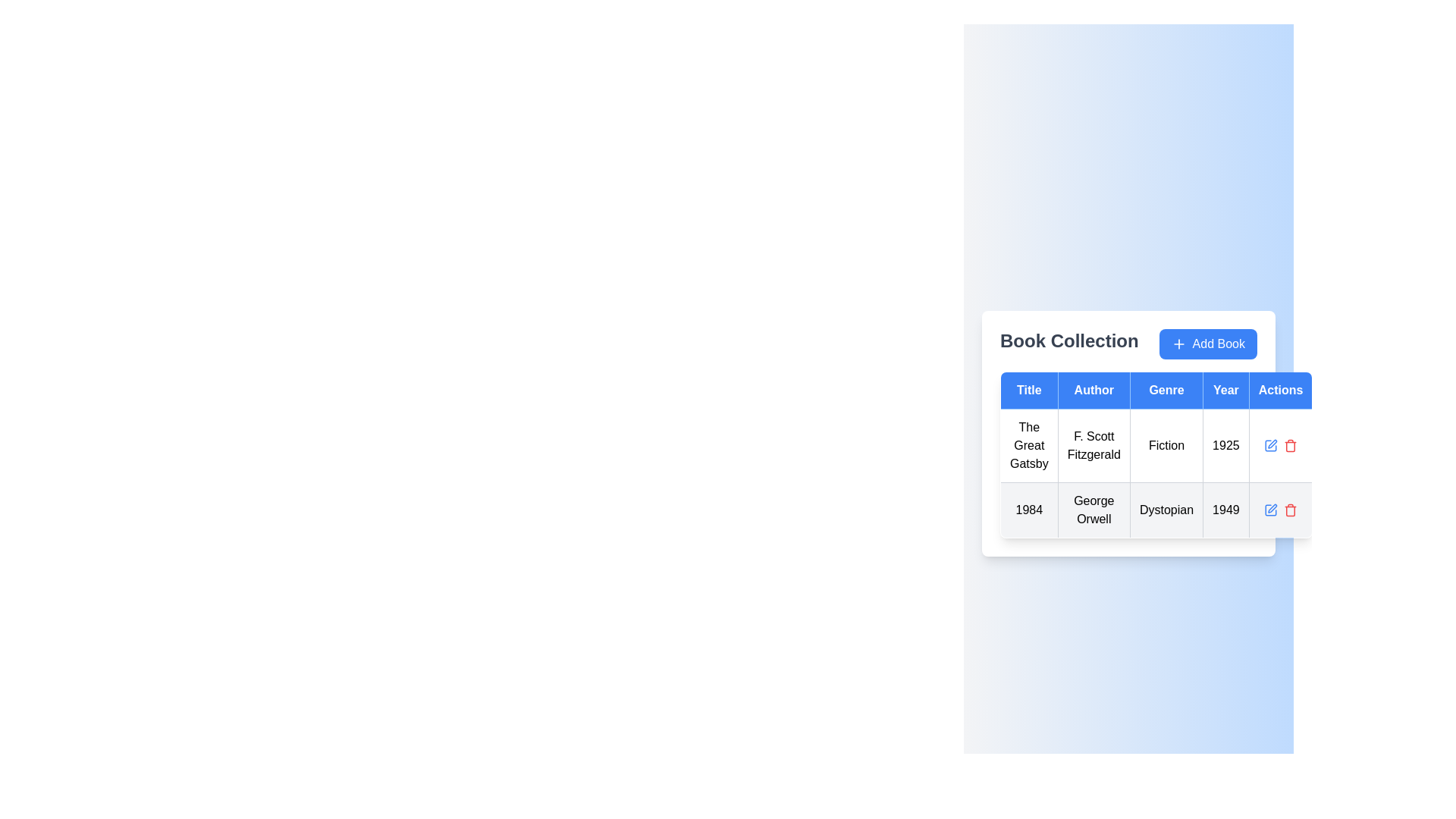  What do you see at coordinates (1029, 510) in the screenshot?
I see `the static table cell displaying the title '1984', which is the first visible cell in the second row of the table under the 'Title' column` at bounding box center [1029, 510].